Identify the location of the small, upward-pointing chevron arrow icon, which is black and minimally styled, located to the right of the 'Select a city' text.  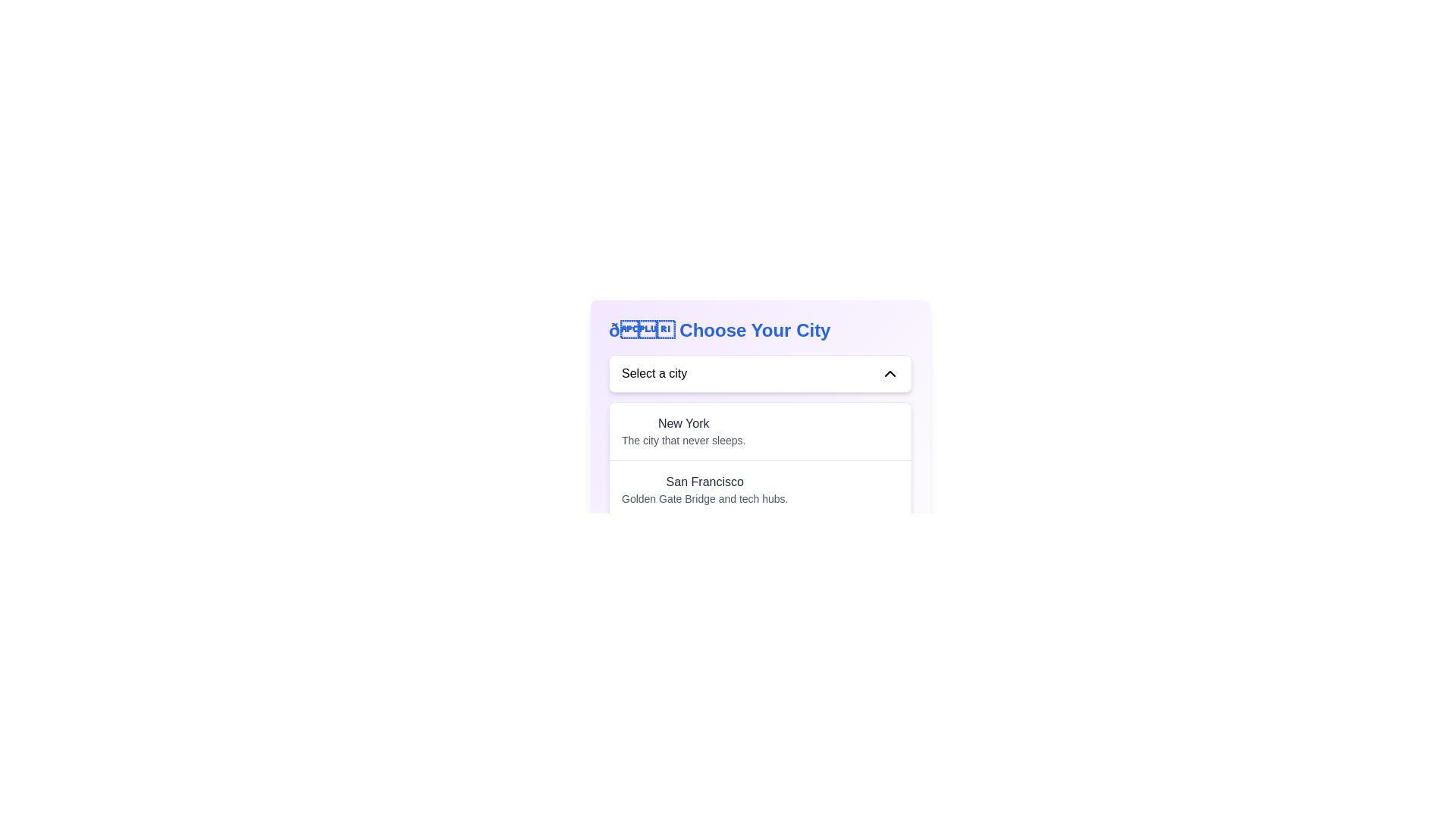
(890, 374).